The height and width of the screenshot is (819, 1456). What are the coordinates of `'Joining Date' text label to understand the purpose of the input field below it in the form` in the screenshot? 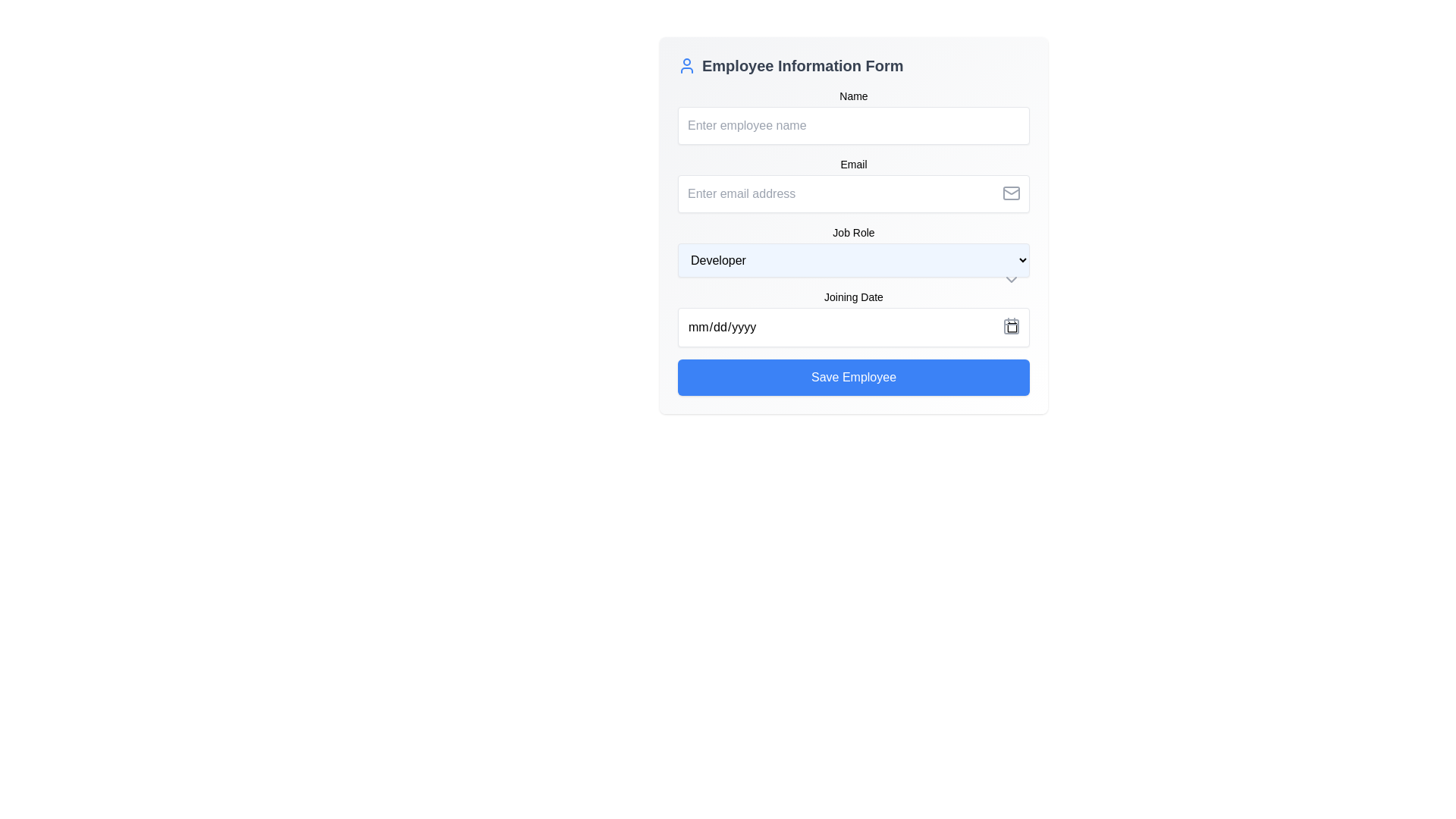 It's located at (854, 297).